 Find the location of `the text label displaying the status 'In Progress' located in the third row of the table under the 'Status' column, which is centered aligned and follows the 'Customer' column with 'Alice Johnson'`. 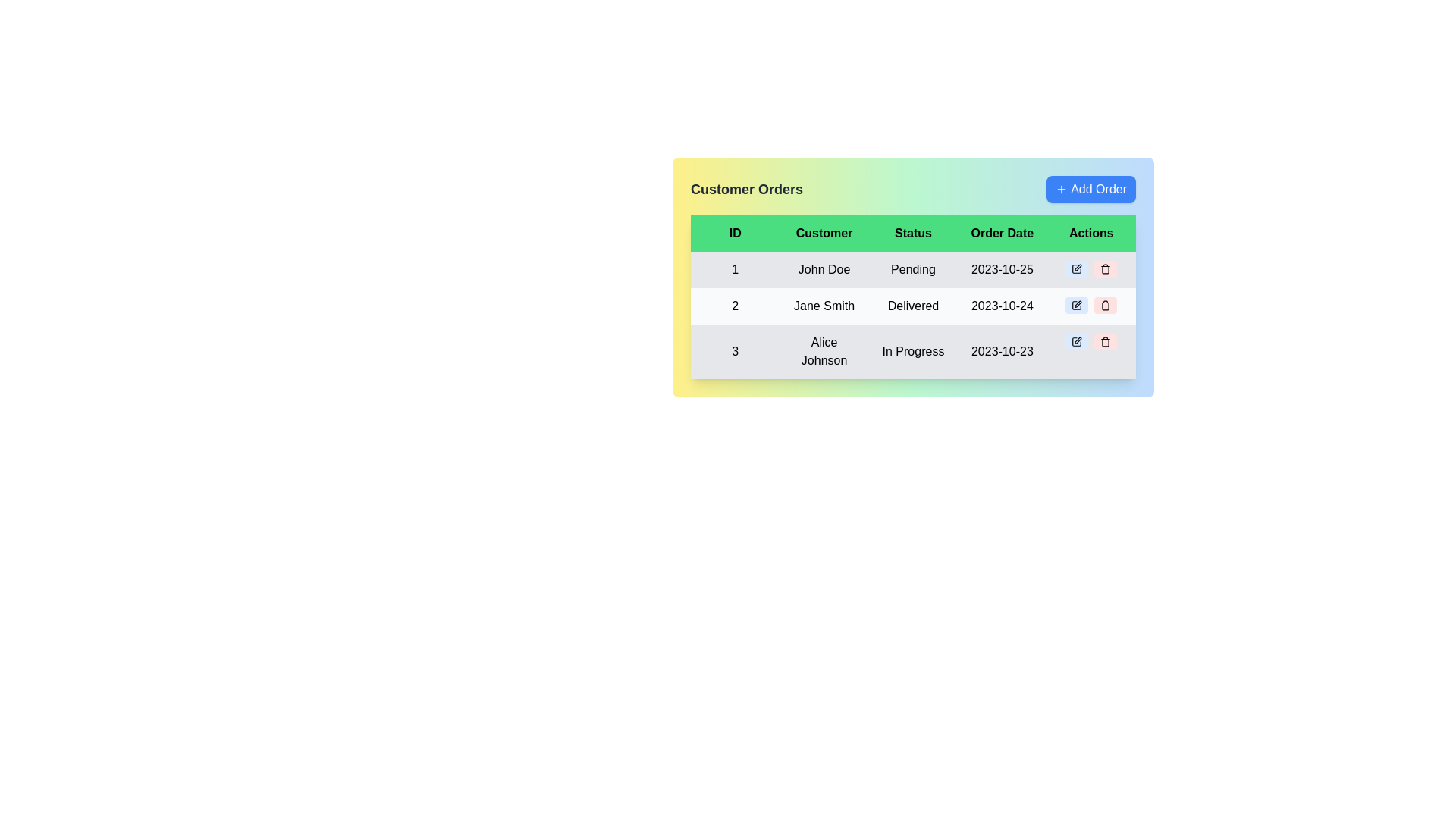

the text label displaying the status 'In Progress' located in the third row of the table under the 'Status' column, which is centered aligned and follows the 'Customer' column with 'Alice Johnson' is located at coordinates (912, 351).